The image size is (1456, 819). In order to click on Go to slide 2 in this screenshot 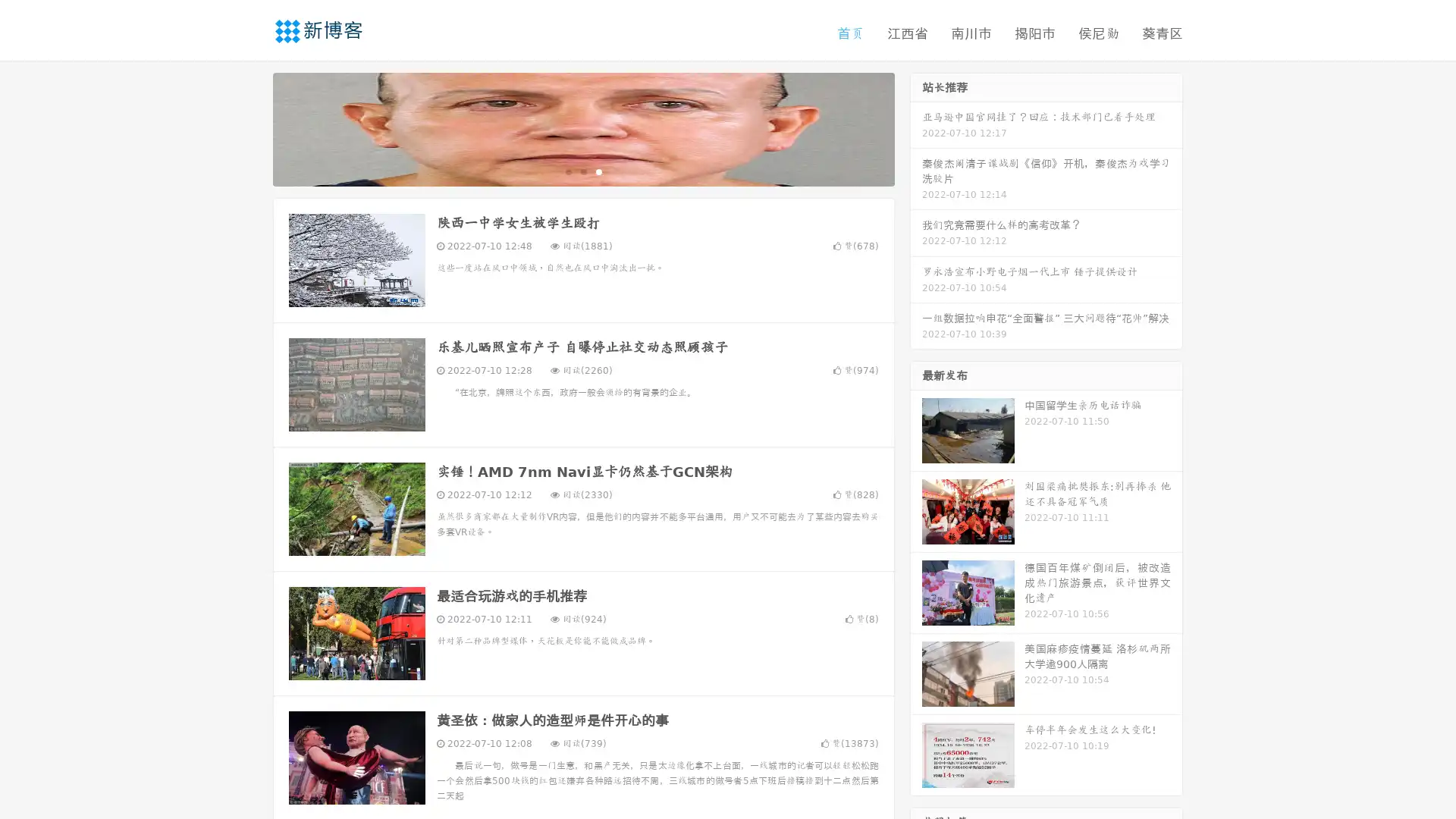, I will do `click(582, 171)`.